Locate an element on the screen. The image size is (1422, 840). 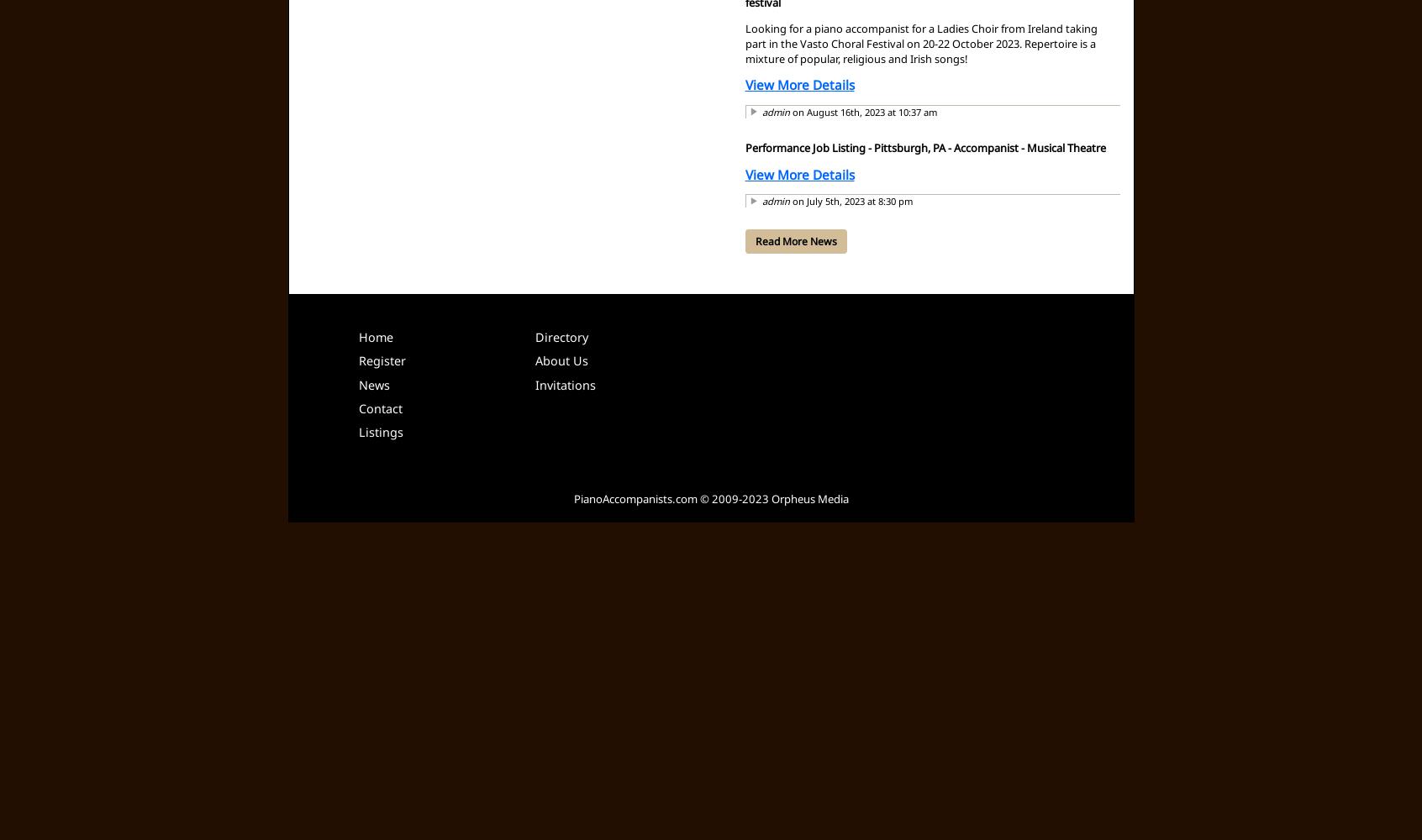
'Contact' is located at coordinates (379, 407).